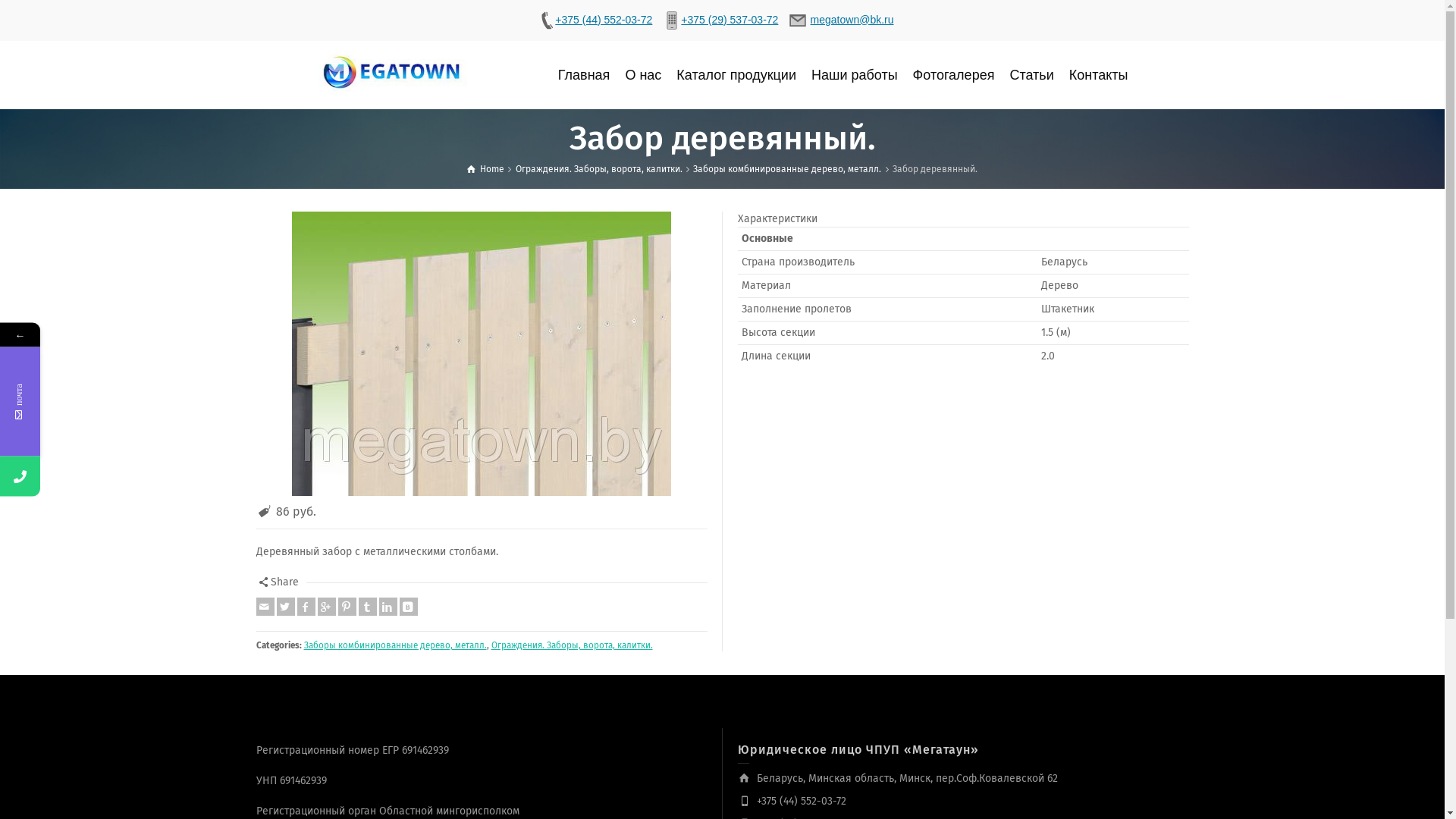 The width and height of the screenshot is (1456, 819). Describe the element at coordinates (91, 475) in the screenshot. I see `'Phone'` at that location.